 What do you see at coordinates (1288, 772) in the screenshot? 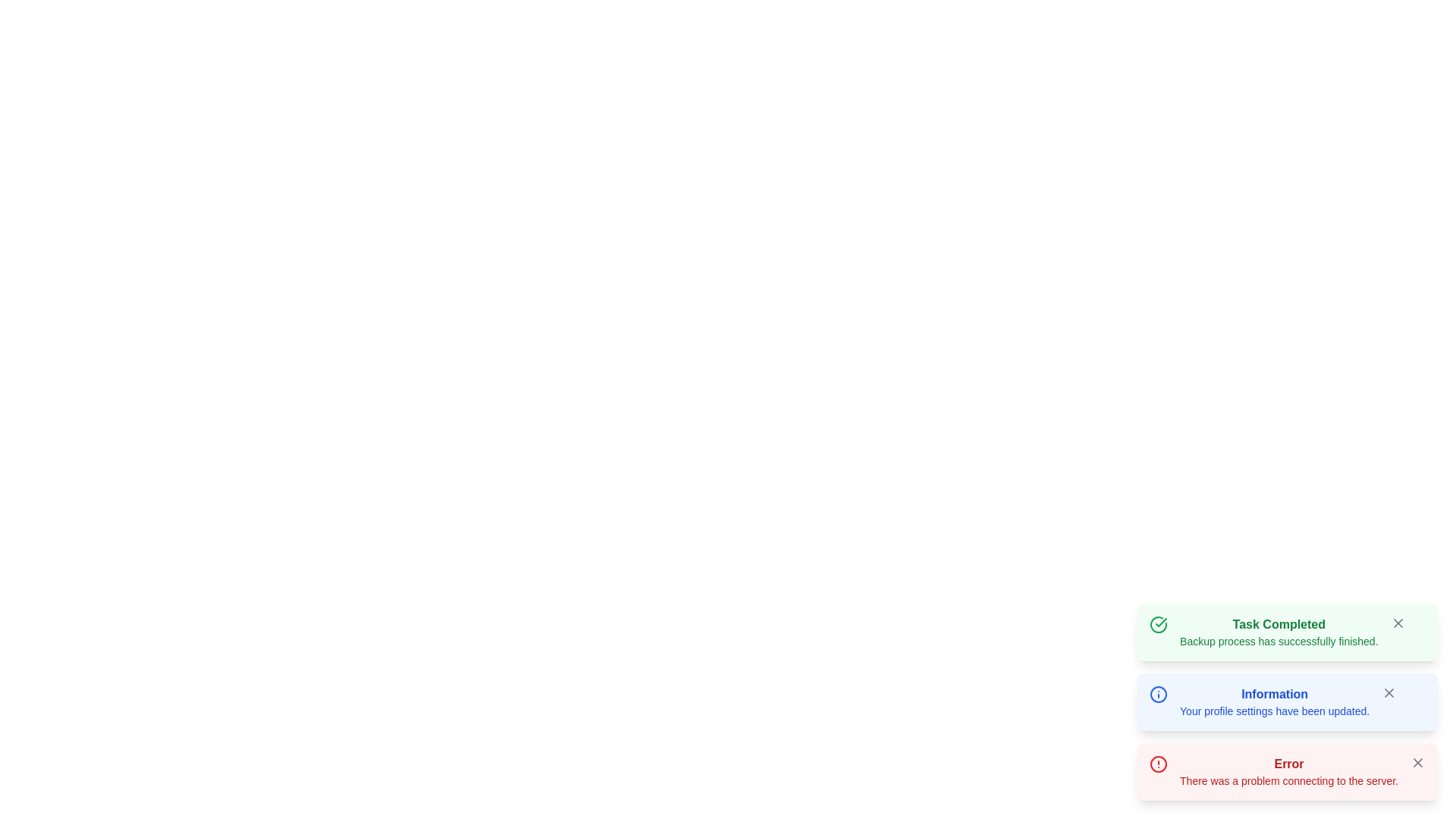
I see `the notification card displaying 'Error' in red, which contains the message 'There was a problem connecting to the server.'` at bounding box center [1288, 772].